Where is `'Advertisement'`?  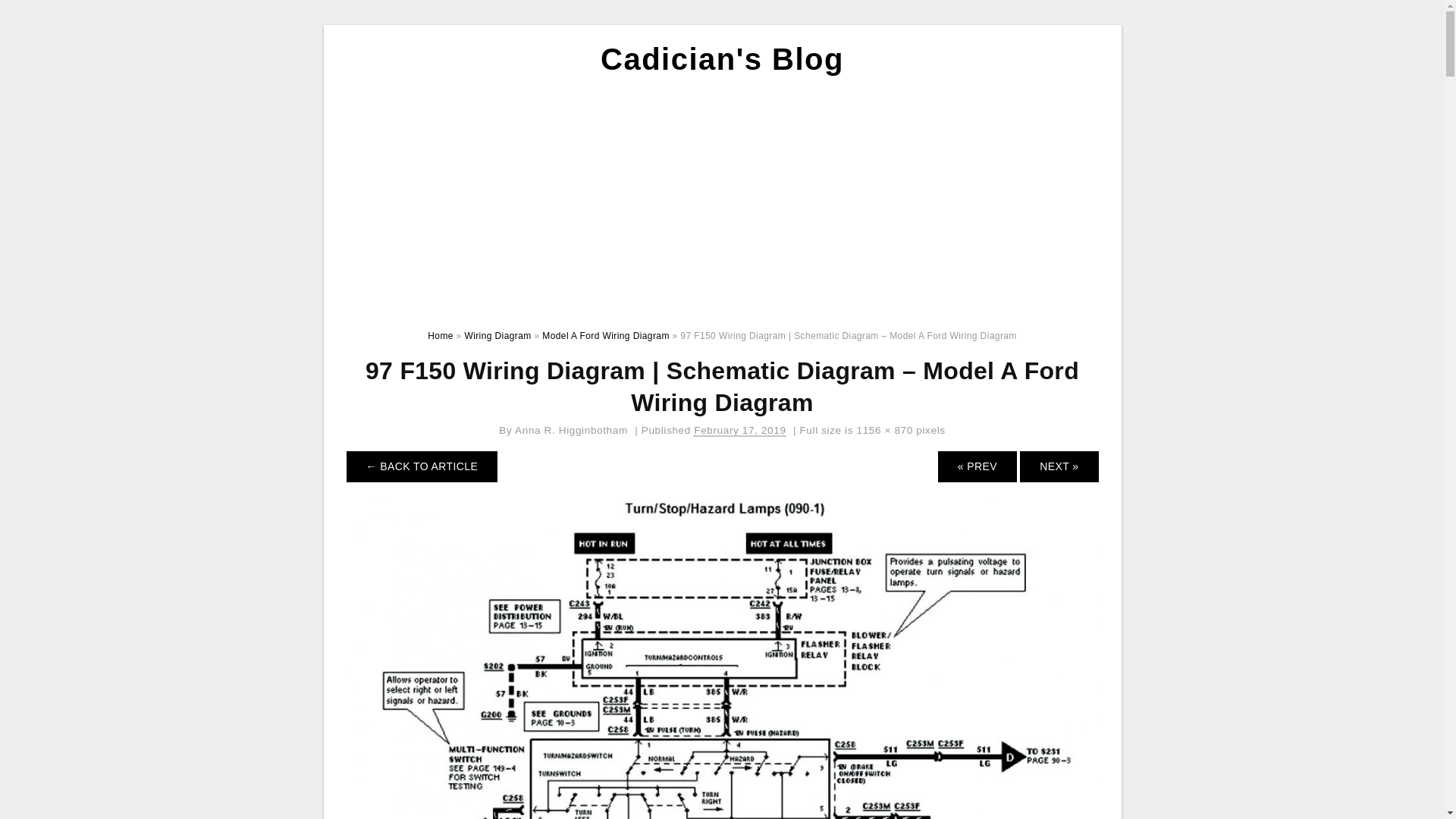 'Advertisement' is located at coordinates (334, 198).